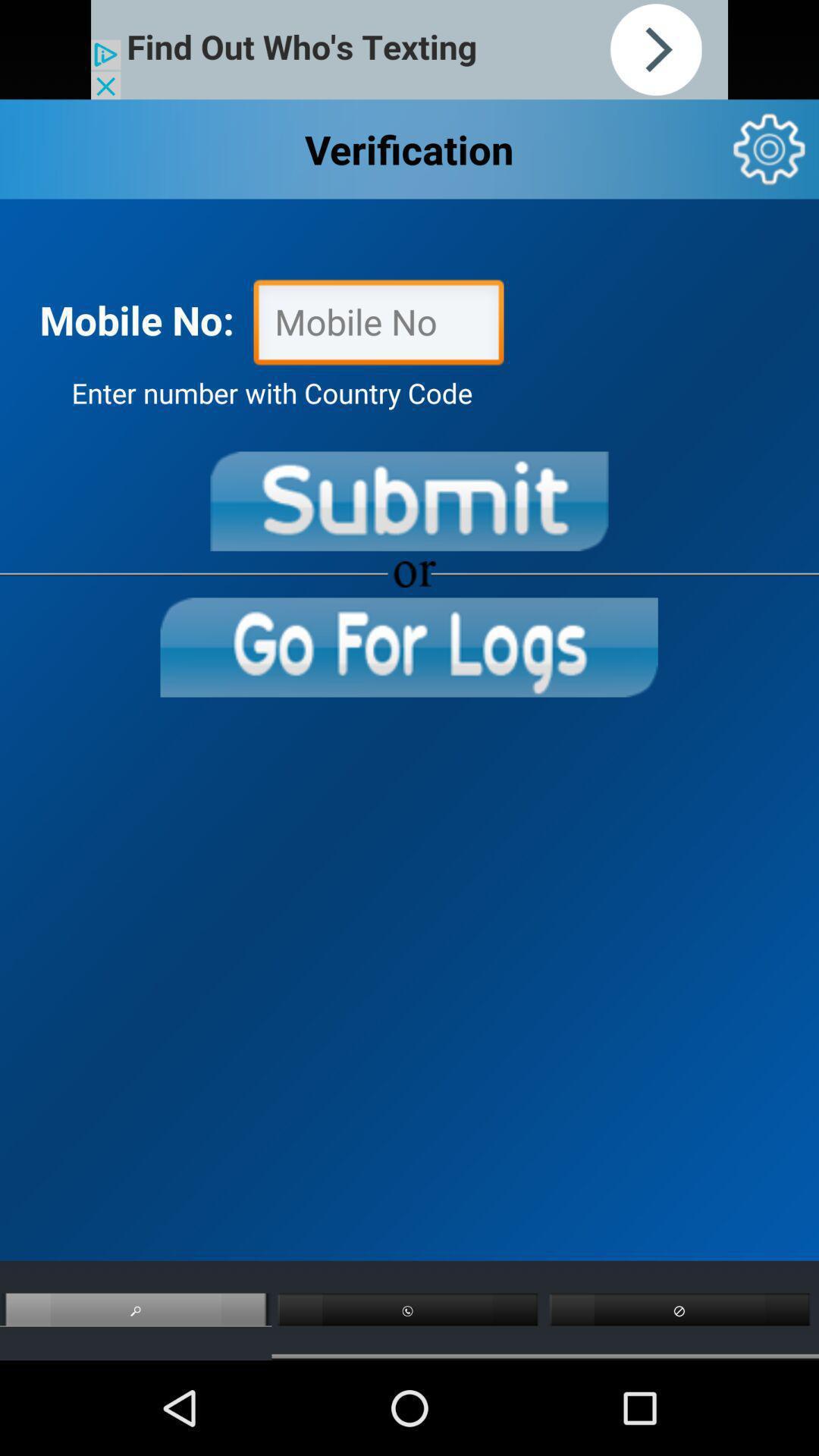 The height and width of the screenshot is (1456, 819). Describe the element at coordinates (409, 49) in the screenshot. I see `advertisement` at that location.